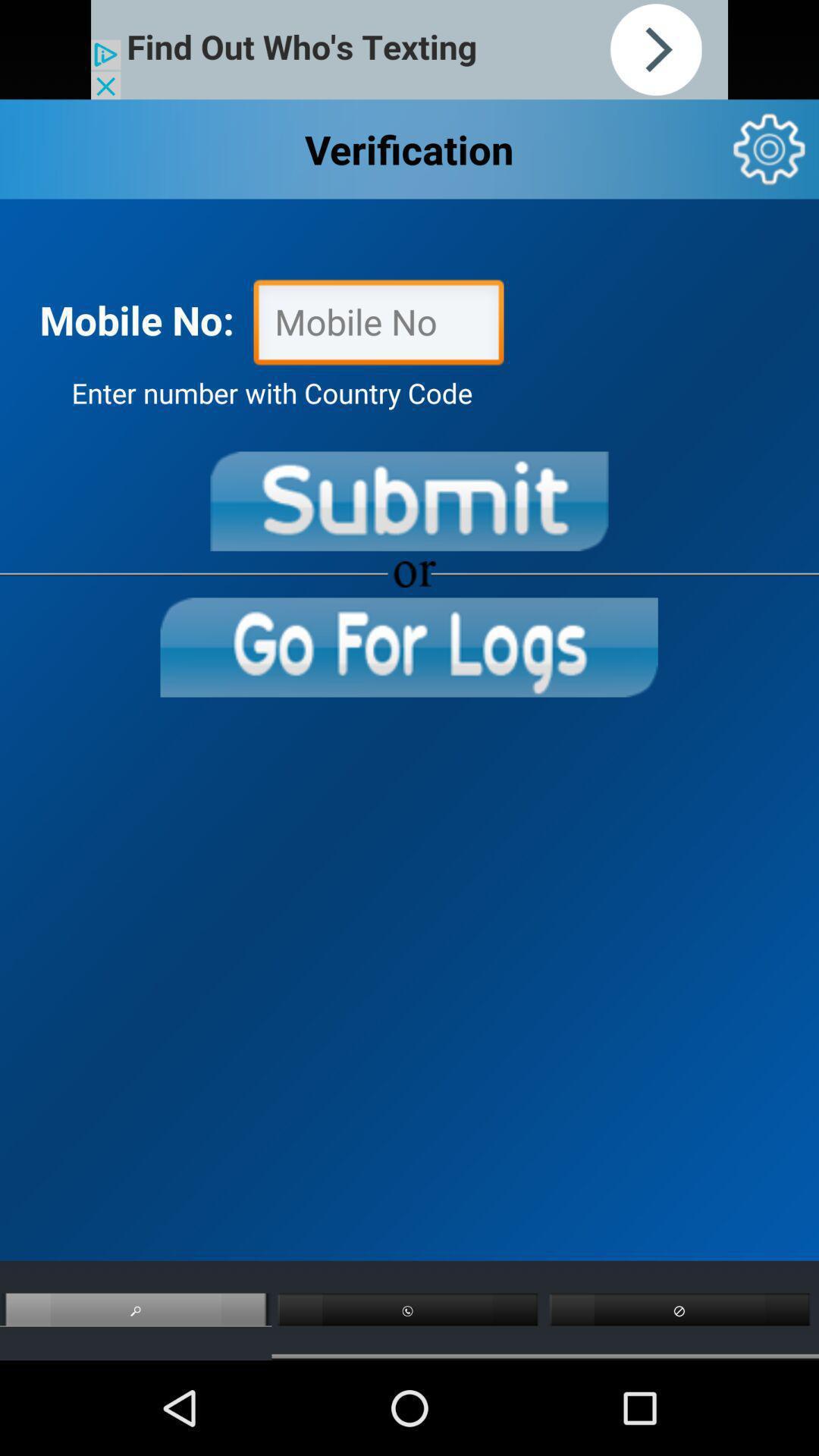 The height and width of the screenshot is (1456, 819). Describe the element at coordinates (409, 49) in the screenshot. I see `advertisement` at that location.